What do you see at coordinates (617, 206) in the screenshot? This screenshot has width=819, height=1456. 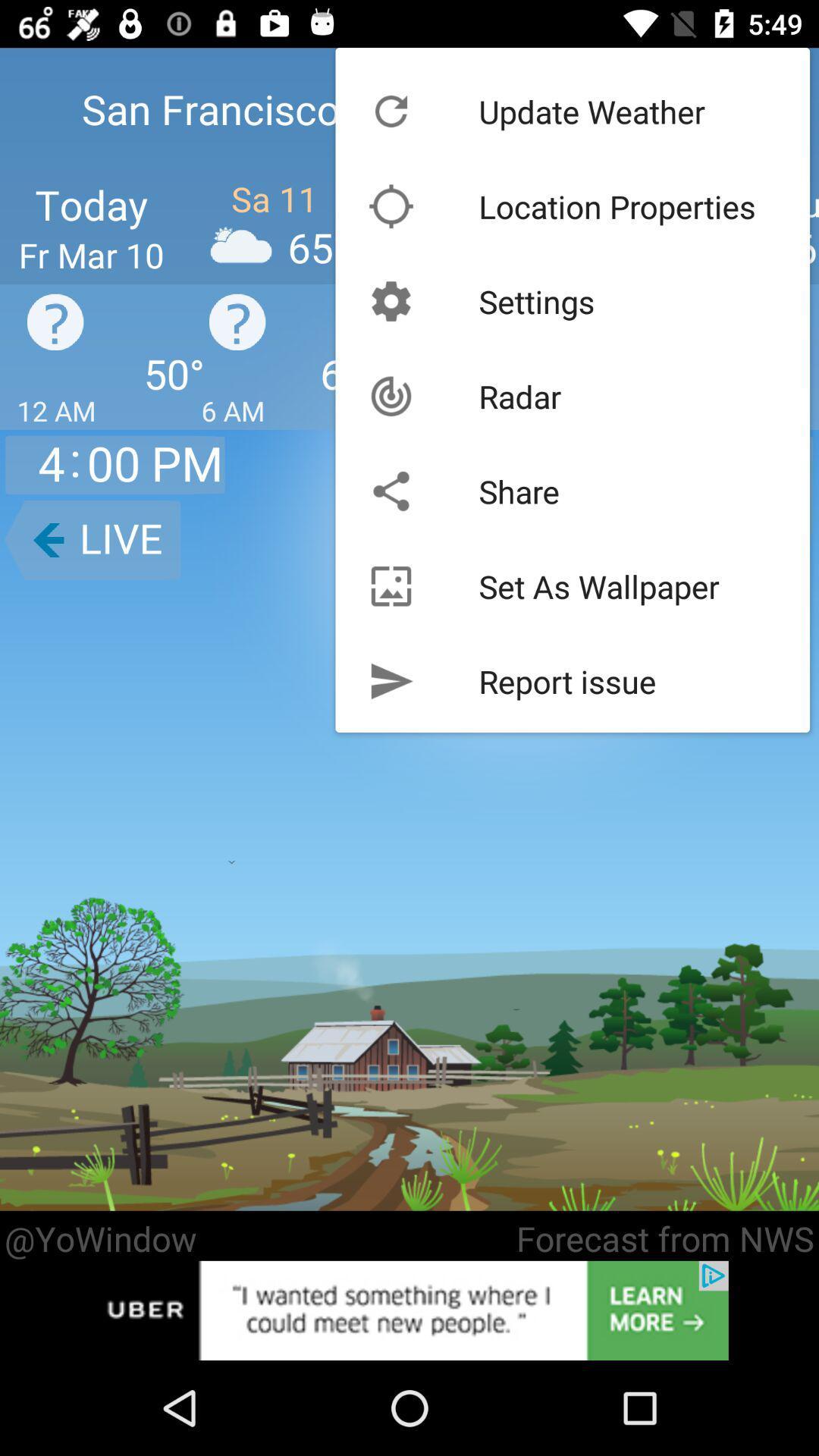 I see `the item below the update weather icon` at bounding box center [617, 206].